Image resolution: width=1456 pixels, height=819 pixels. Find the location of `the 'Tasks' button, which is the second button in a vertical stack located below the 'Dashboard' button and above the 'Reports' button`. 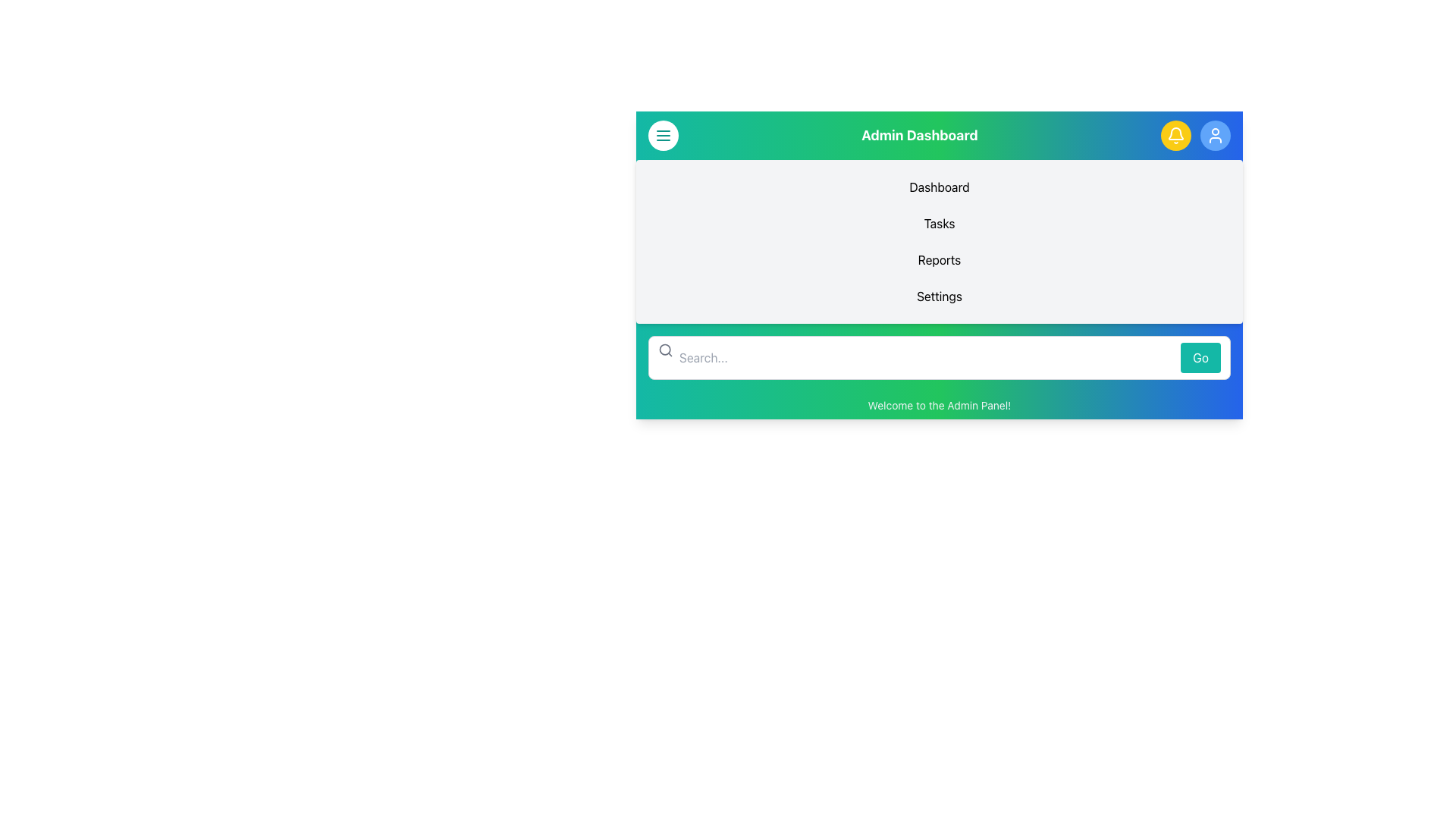

the 'Tasks' button, which is the second button in a vertical stack located below the 'Dashboard' button and above the 'Reports' button is located at coordinates (938, 223).